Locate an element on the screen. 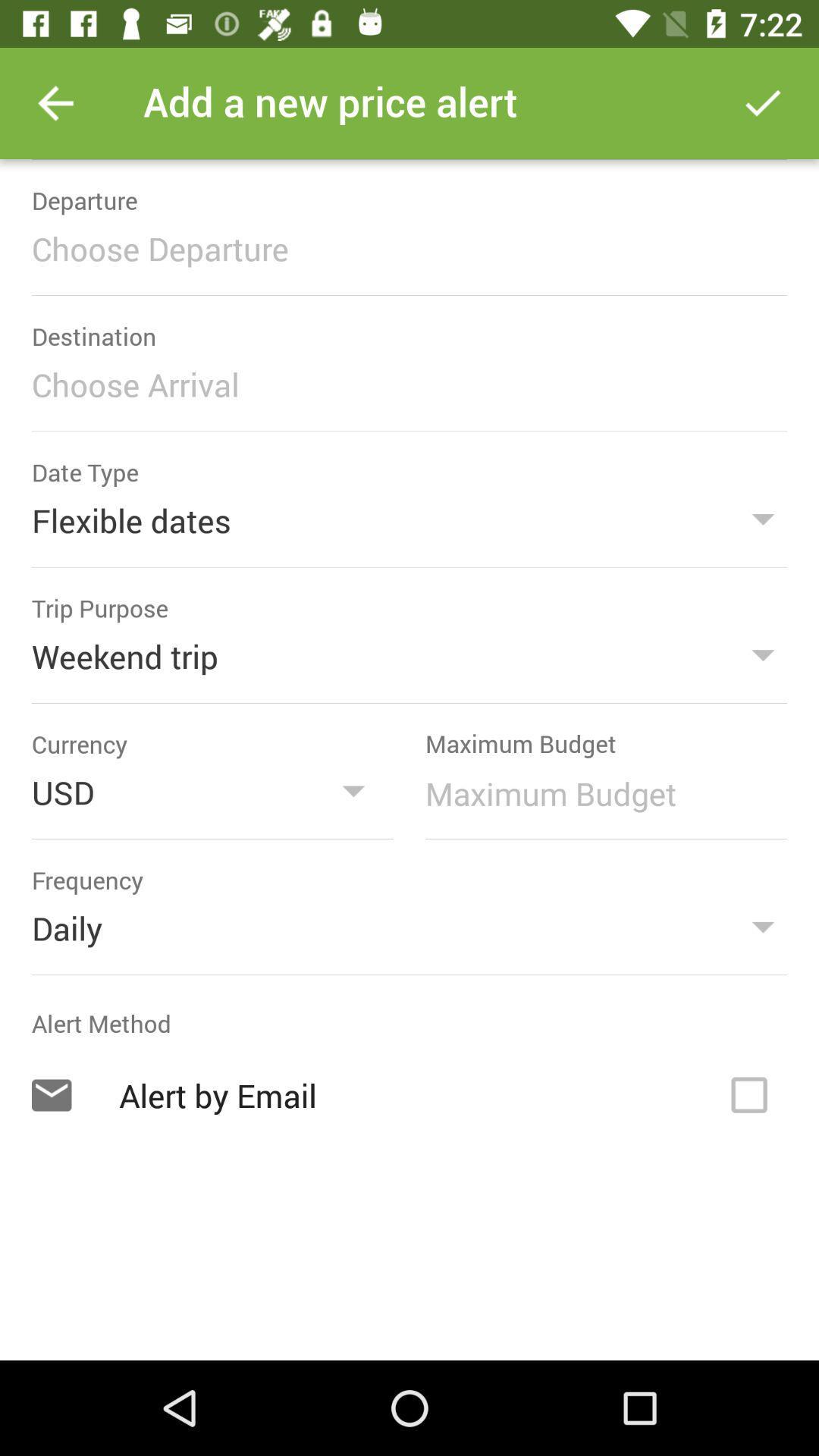 The height and width of the screenshot is (1456, 819). done option is located at coordinates (763, 102).